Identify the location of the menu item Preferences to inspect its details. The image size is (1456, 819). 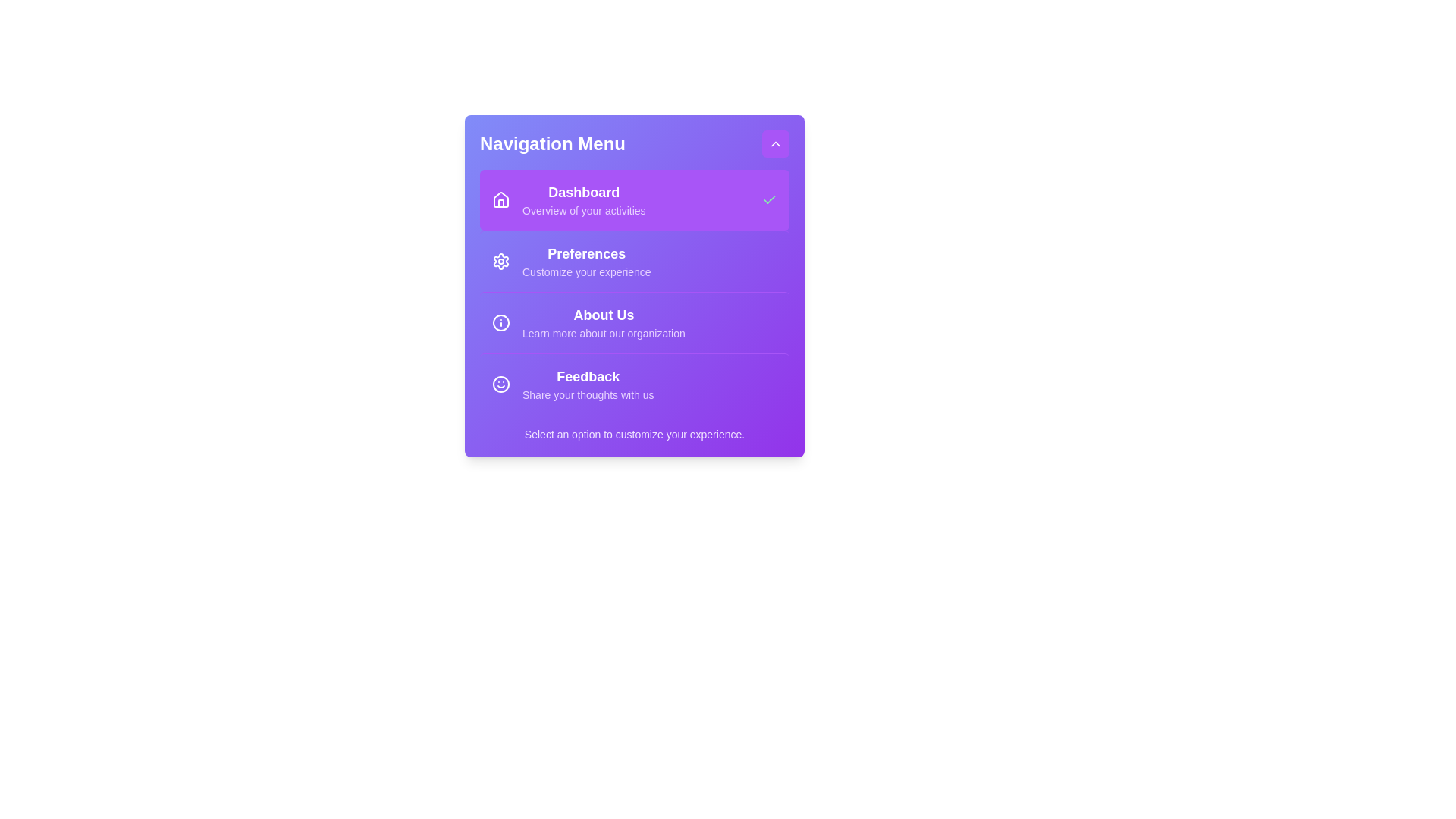
(634, 260).